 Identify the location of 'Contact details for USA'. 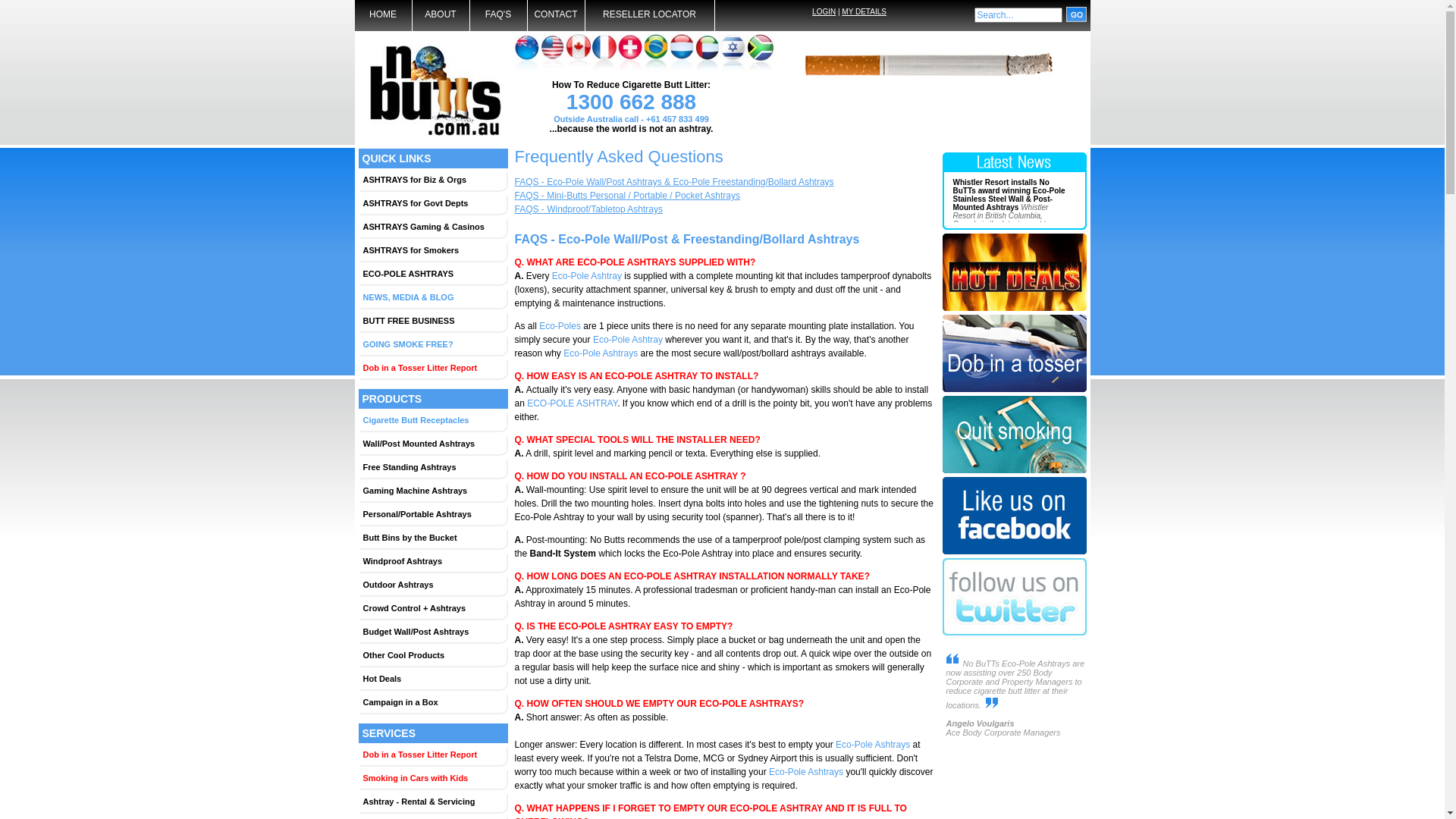
(552, 52).